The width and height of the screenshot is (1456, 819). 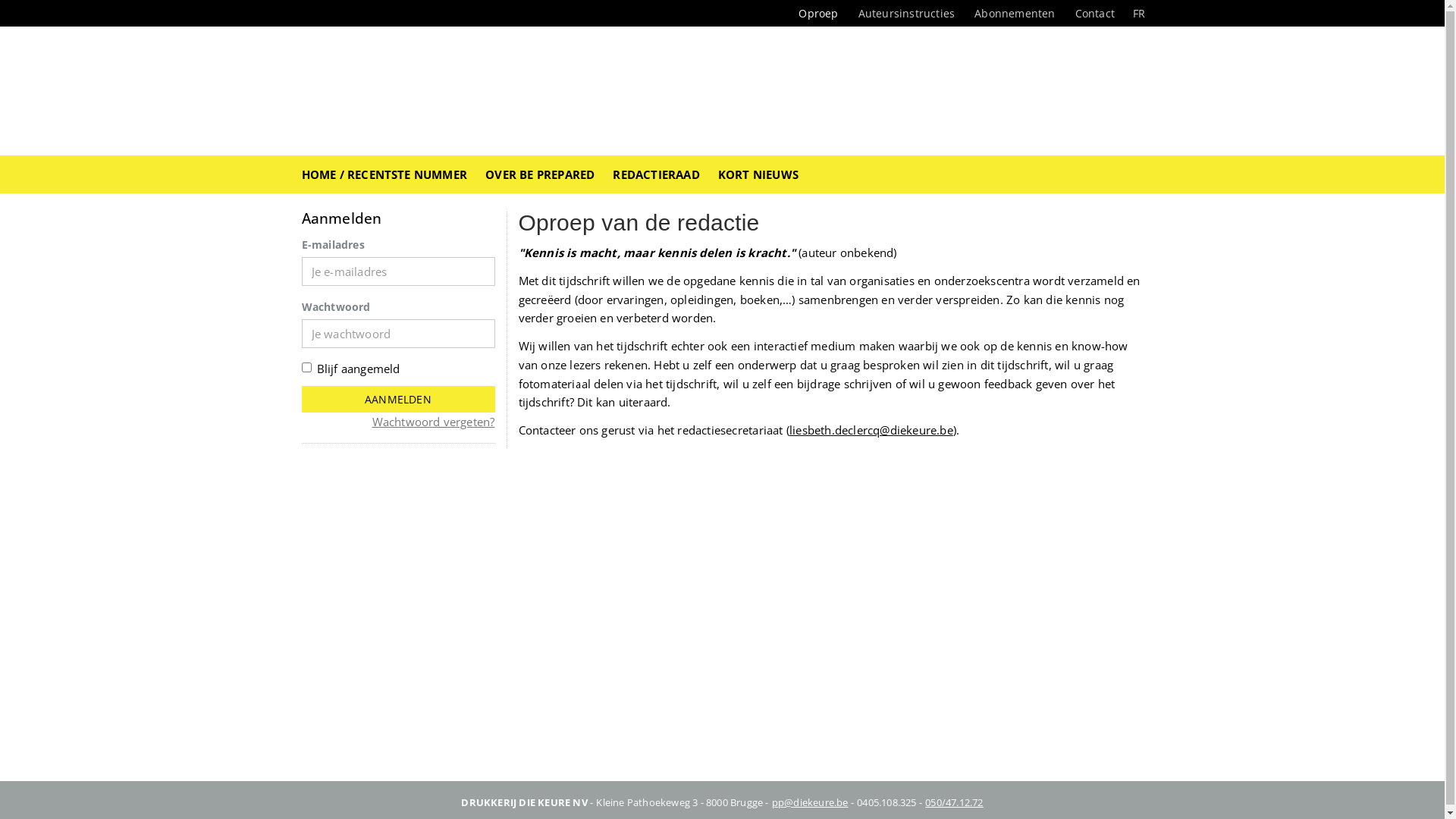 I want to click on 'KORT NIEUWS', so click(x=758, y=174).